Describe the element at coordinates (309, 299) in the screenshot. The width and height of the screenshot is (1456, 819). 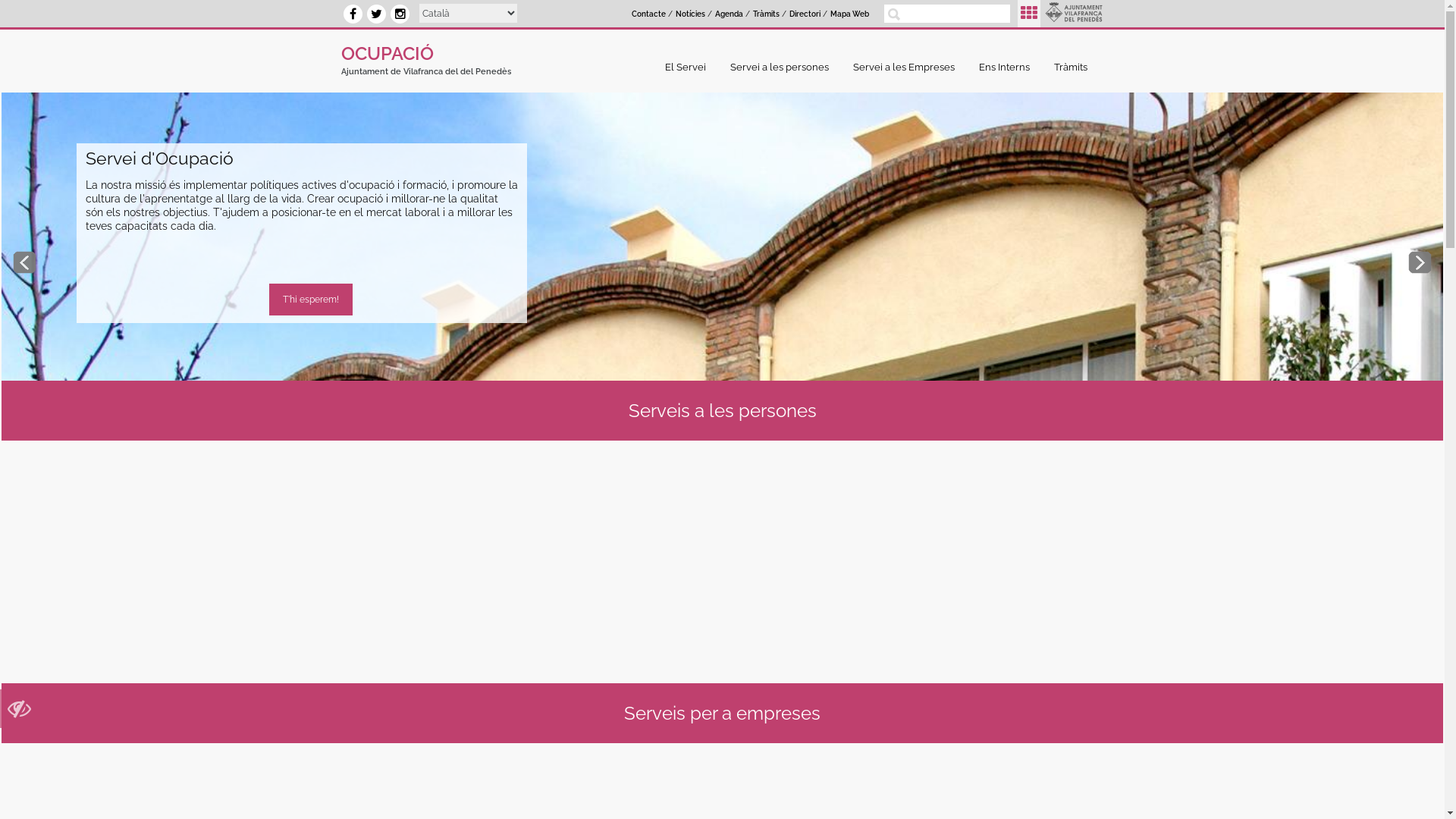
I see `'T'hi esperem!'` at that location.